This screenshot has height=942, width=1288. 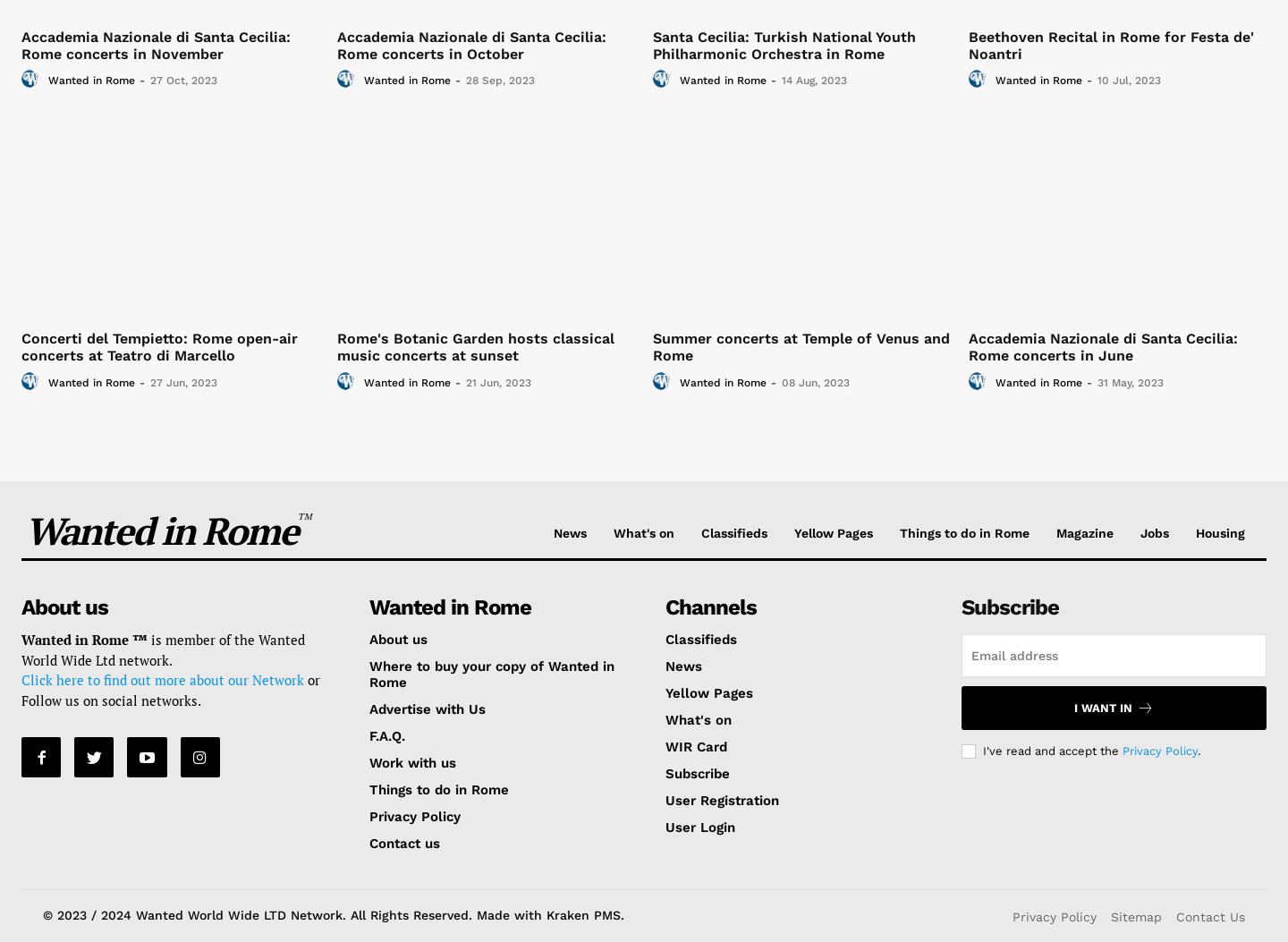 I want to click on 'Contact us', so click(x=403, y=842).